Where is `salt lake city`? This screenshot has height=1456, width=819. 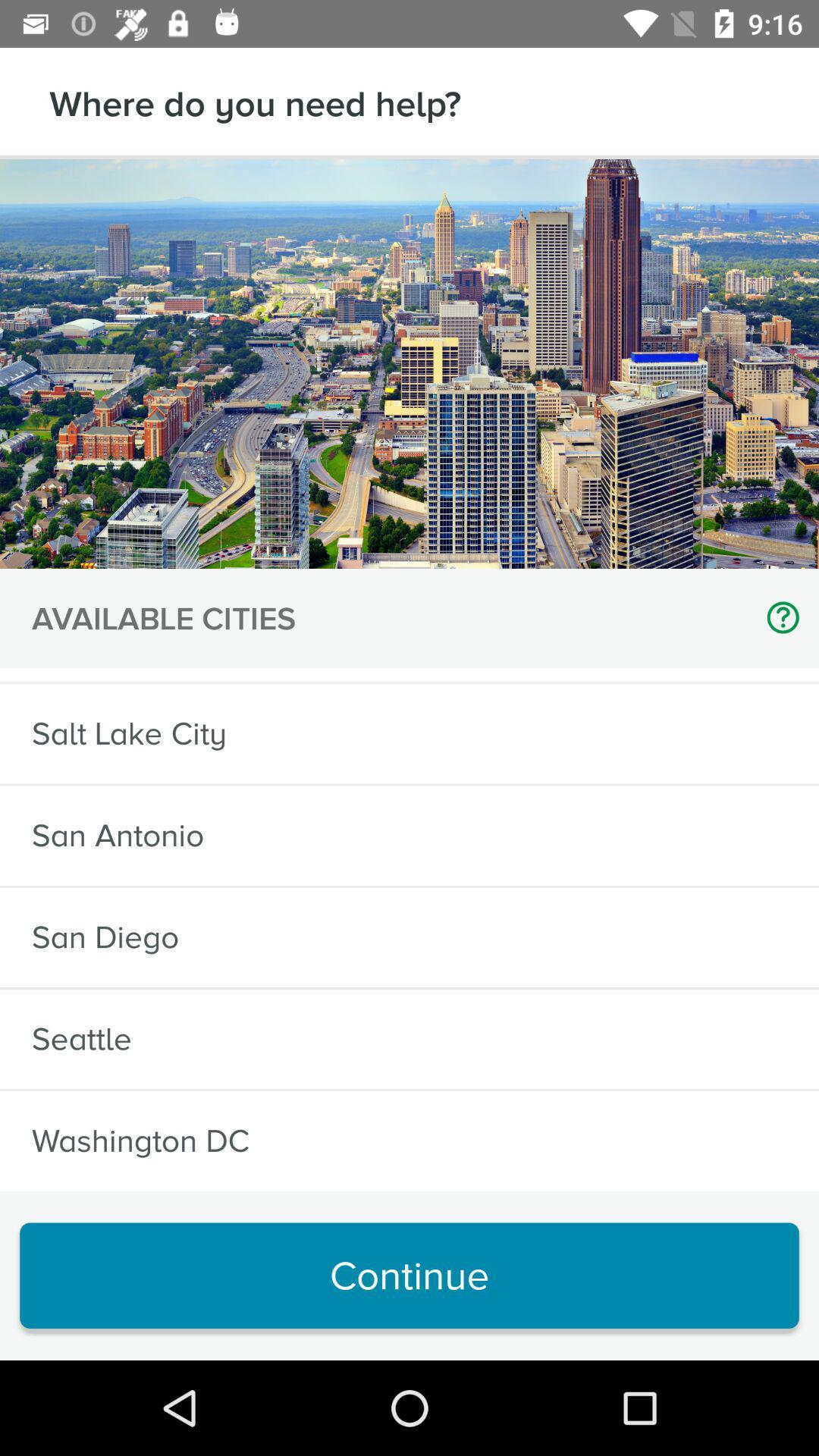
salt lake city is located at coordinates (128, 733).